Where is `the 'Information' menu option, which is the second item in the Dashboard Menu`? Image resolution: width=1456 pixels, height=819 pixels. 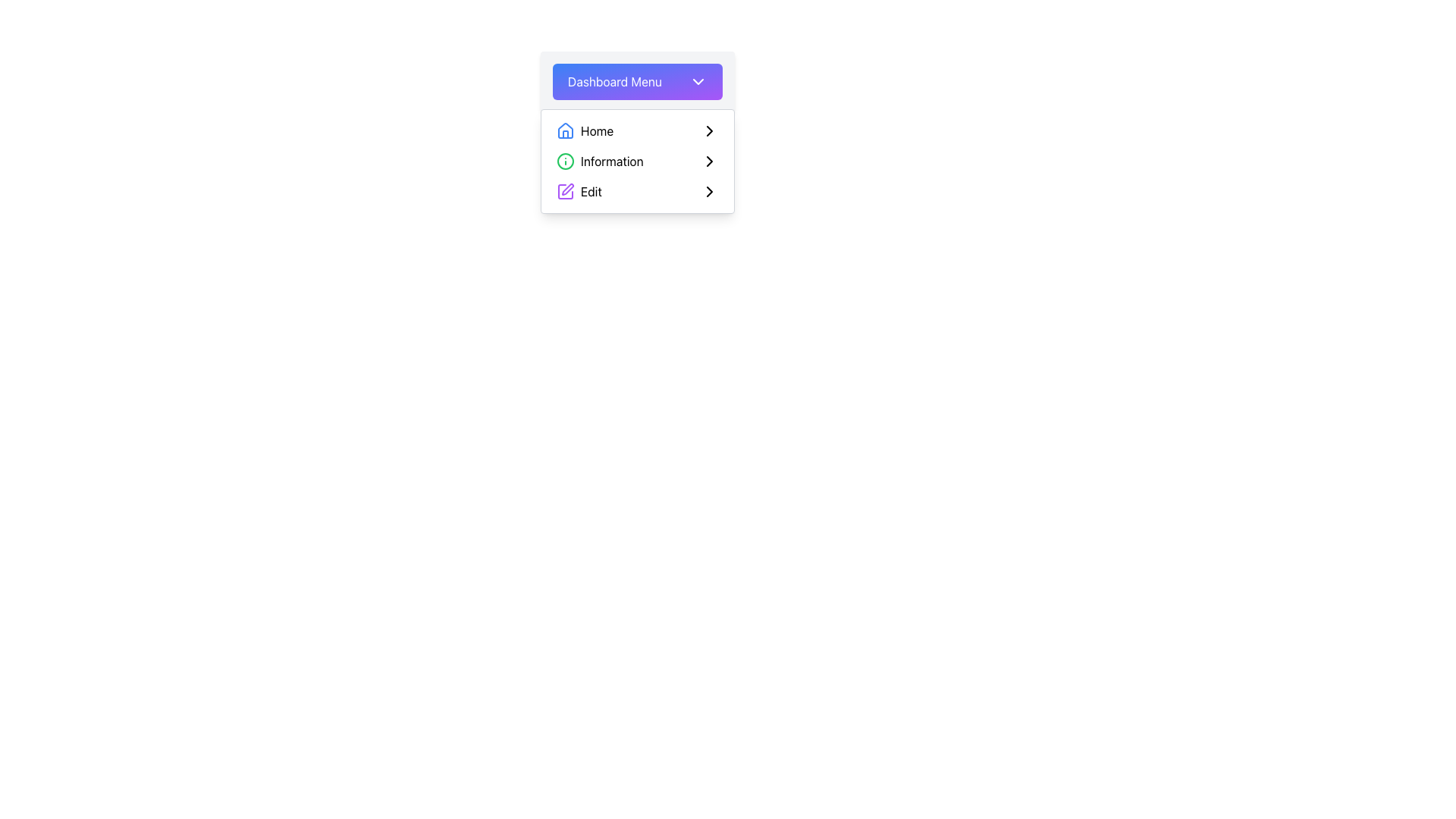
the 'Information' menu option, which is the second item in the Dashboard Menu is located at coordinates (637, 161).